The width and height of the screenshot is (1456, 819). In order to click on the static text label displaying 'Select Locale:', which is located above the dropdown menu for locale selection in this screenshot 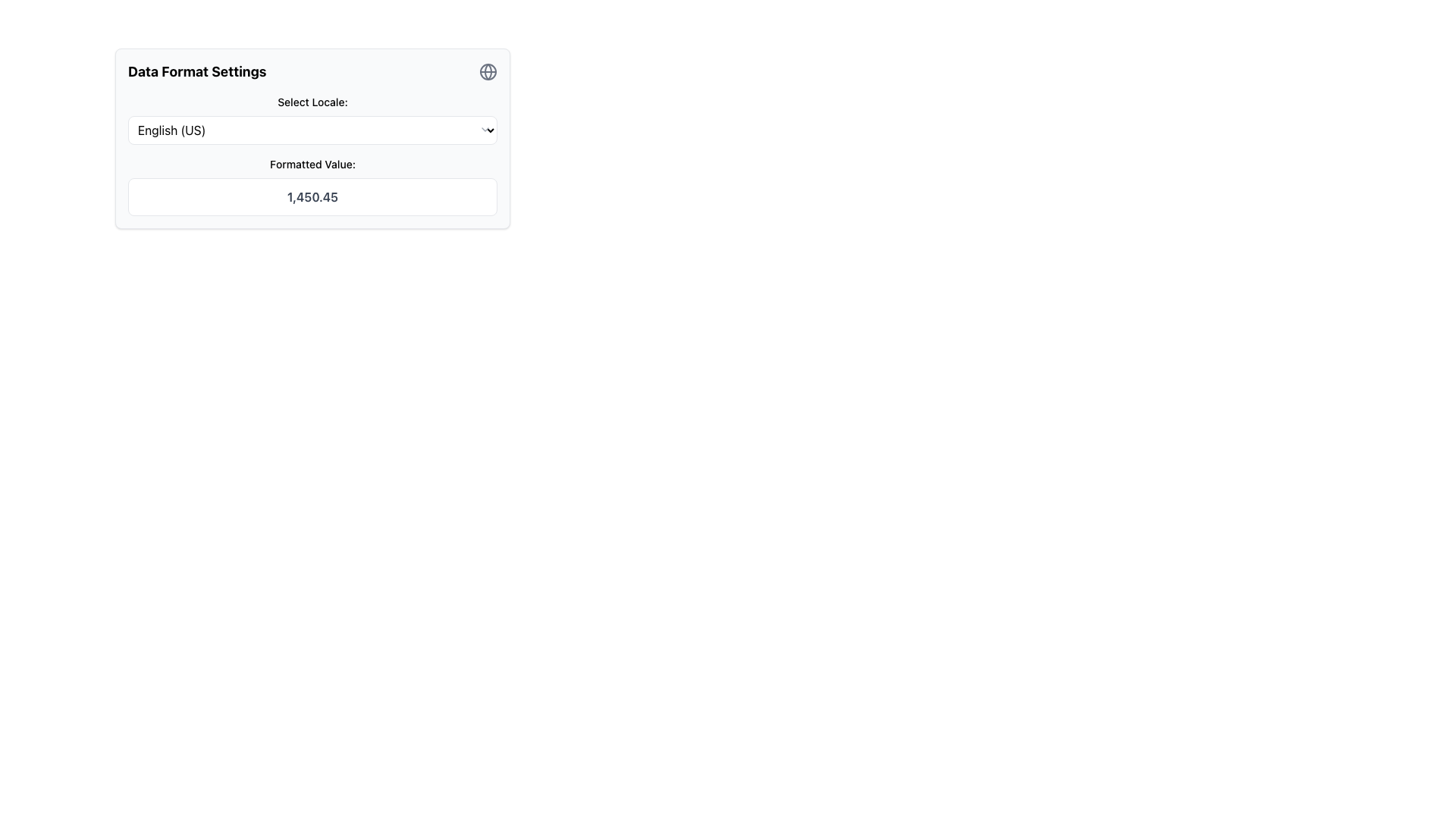, I will do `click(312, 102)`.